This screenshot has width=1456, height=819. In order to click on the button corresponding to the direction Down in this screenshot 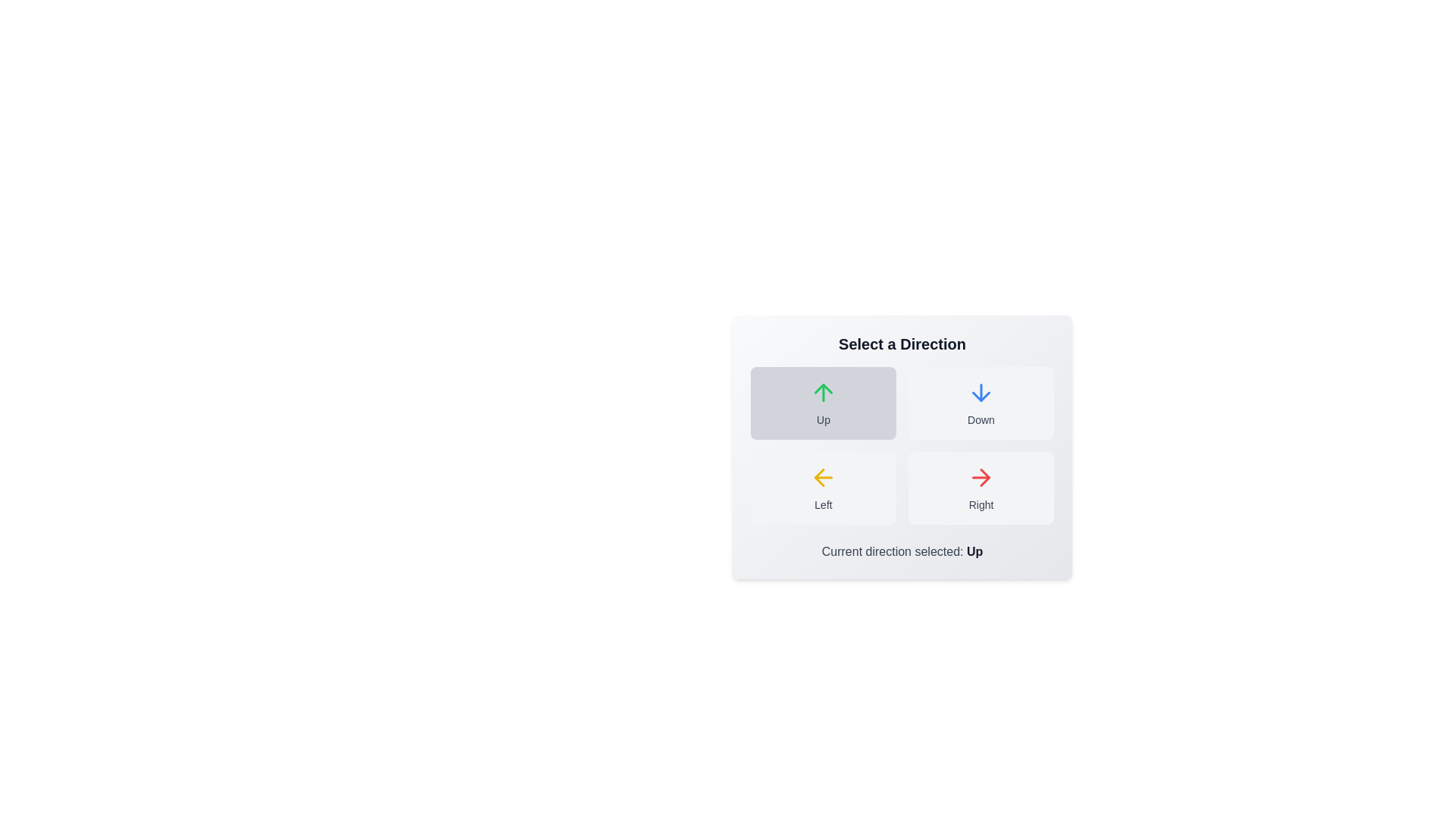, I will do `click(981, 403)`.